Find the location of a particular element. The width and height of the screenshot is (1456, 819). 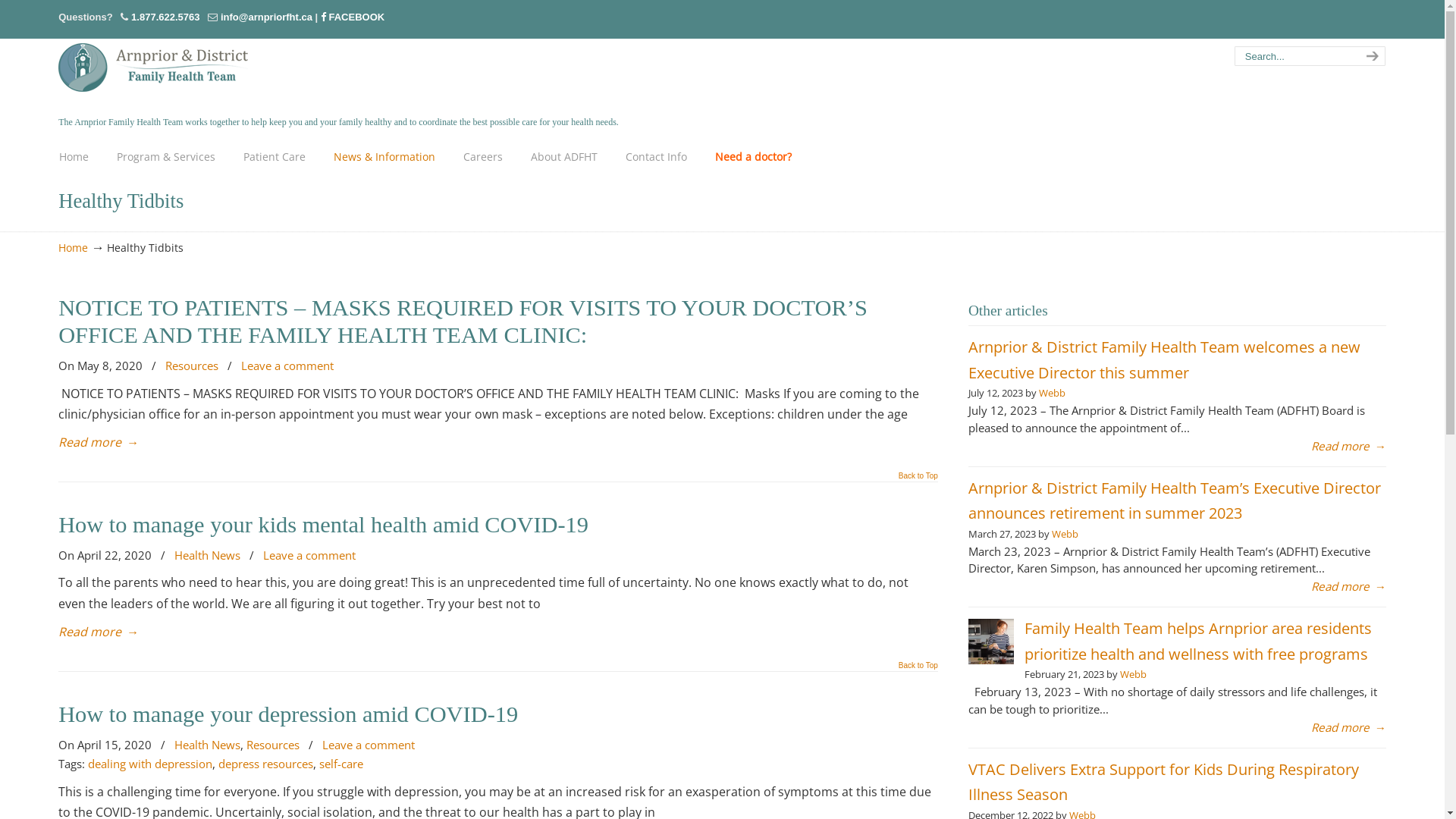

'Webb' is located at coordinates (1051, 391).